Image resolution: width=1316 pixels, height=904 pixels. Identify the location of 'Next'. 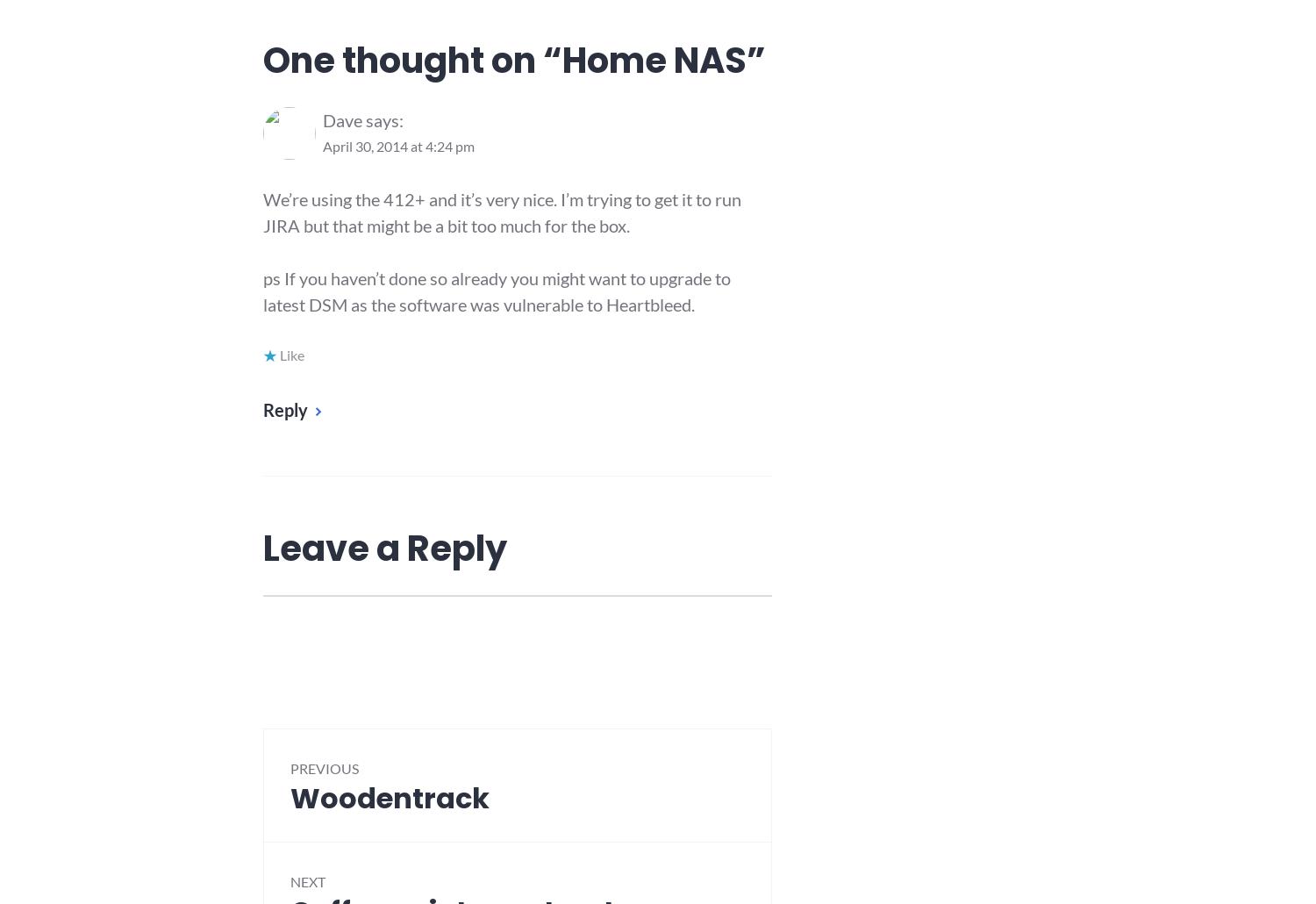
(307, 879).